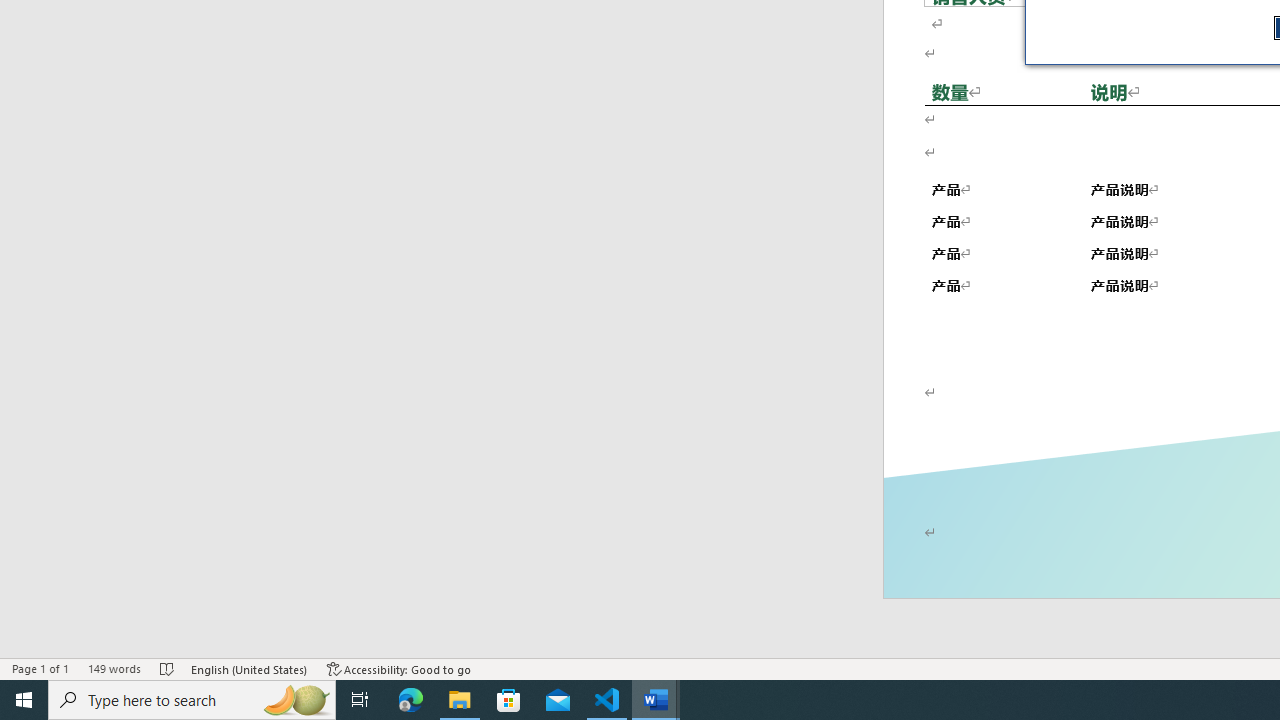 This screenshot has height=720, width=1280. Describe the element at coordinates (40, 669) in the screenshot. I see `'Page Number Page 1 of 1'` at that location.